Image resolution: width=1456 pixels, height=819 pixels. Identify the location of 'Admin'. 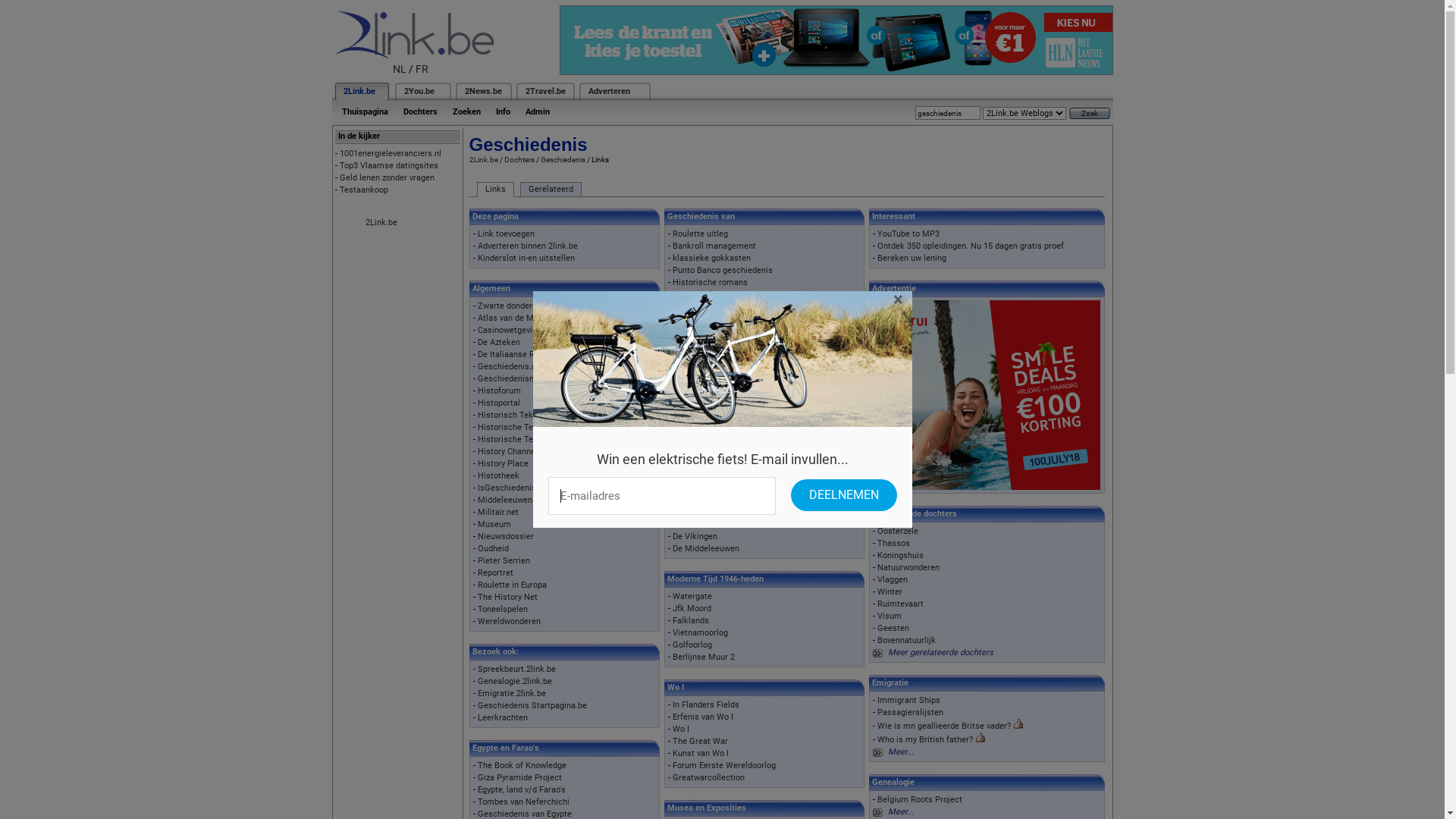
(537, 111).